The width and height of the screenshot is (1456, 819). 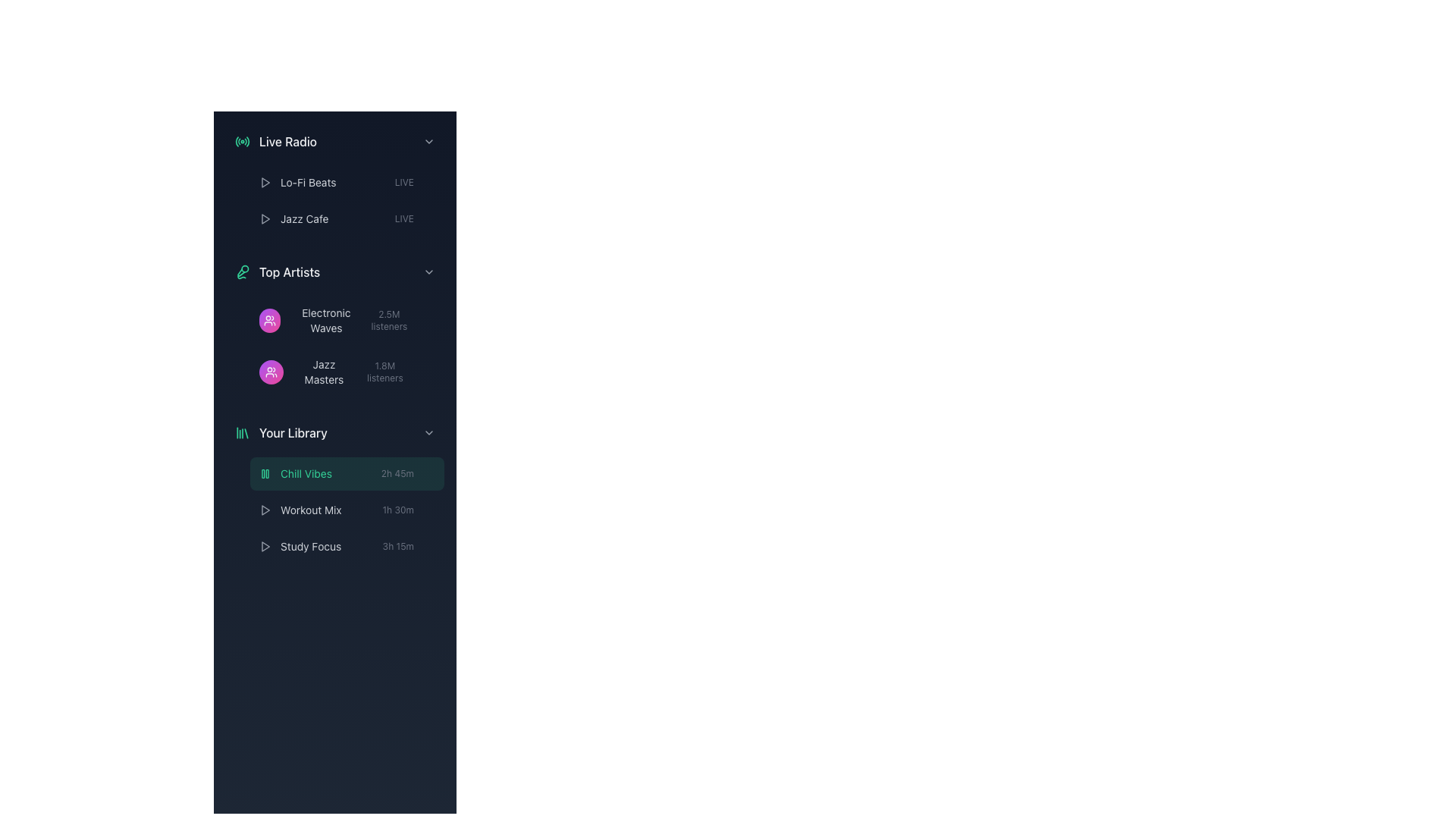 What do you see at coordinates (310, 320) in the screenshot?
I see `the static text label displaying 'Electronic Waves' in the 'Top Artists' section of the sidebar, which is light gray on a dark background and positioned next to a circular gradient icon` at bounding box center [310, 320].